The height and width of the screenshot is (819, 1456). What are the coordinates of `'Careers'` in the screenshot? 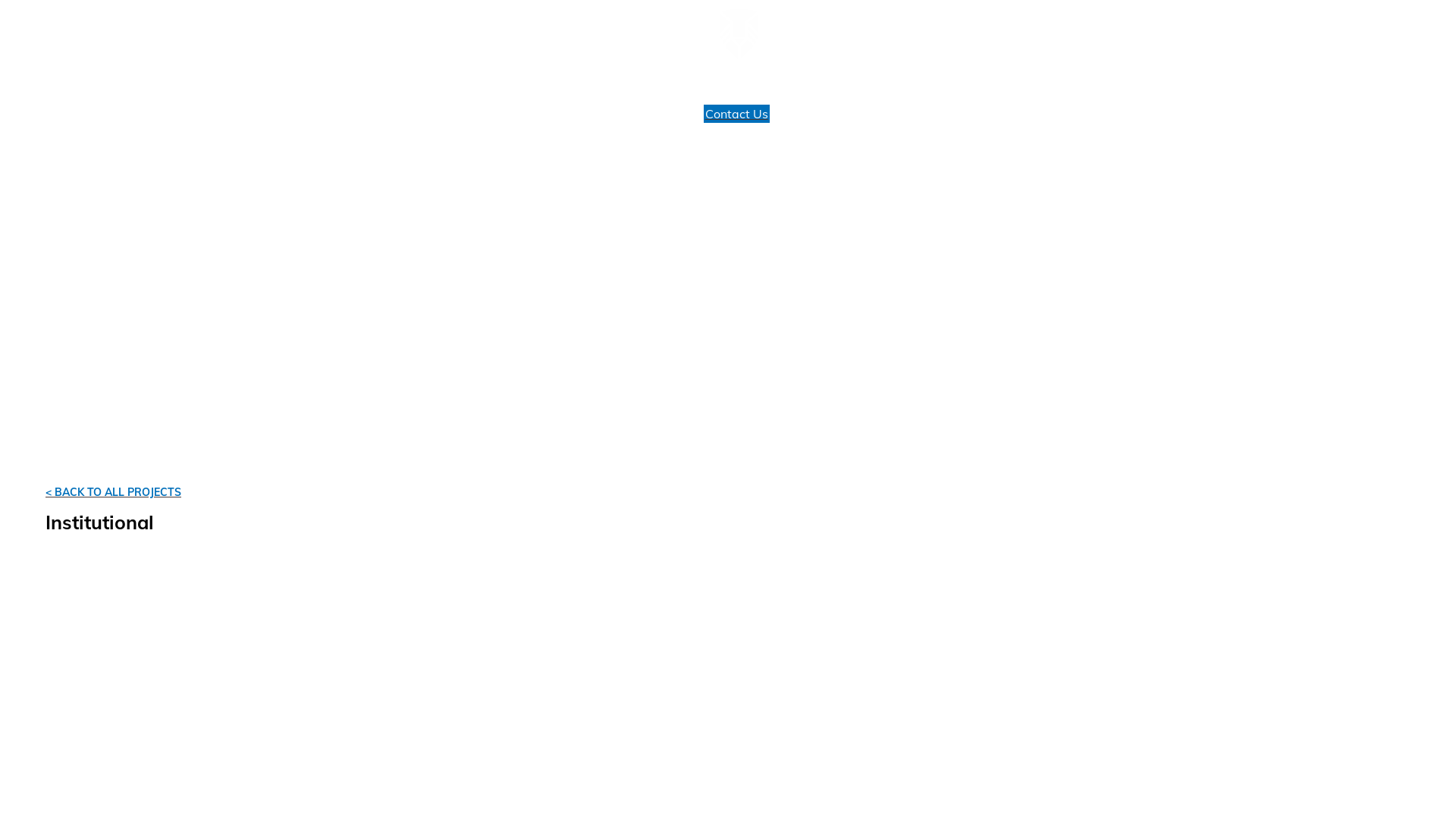 It's located at (258, 88).